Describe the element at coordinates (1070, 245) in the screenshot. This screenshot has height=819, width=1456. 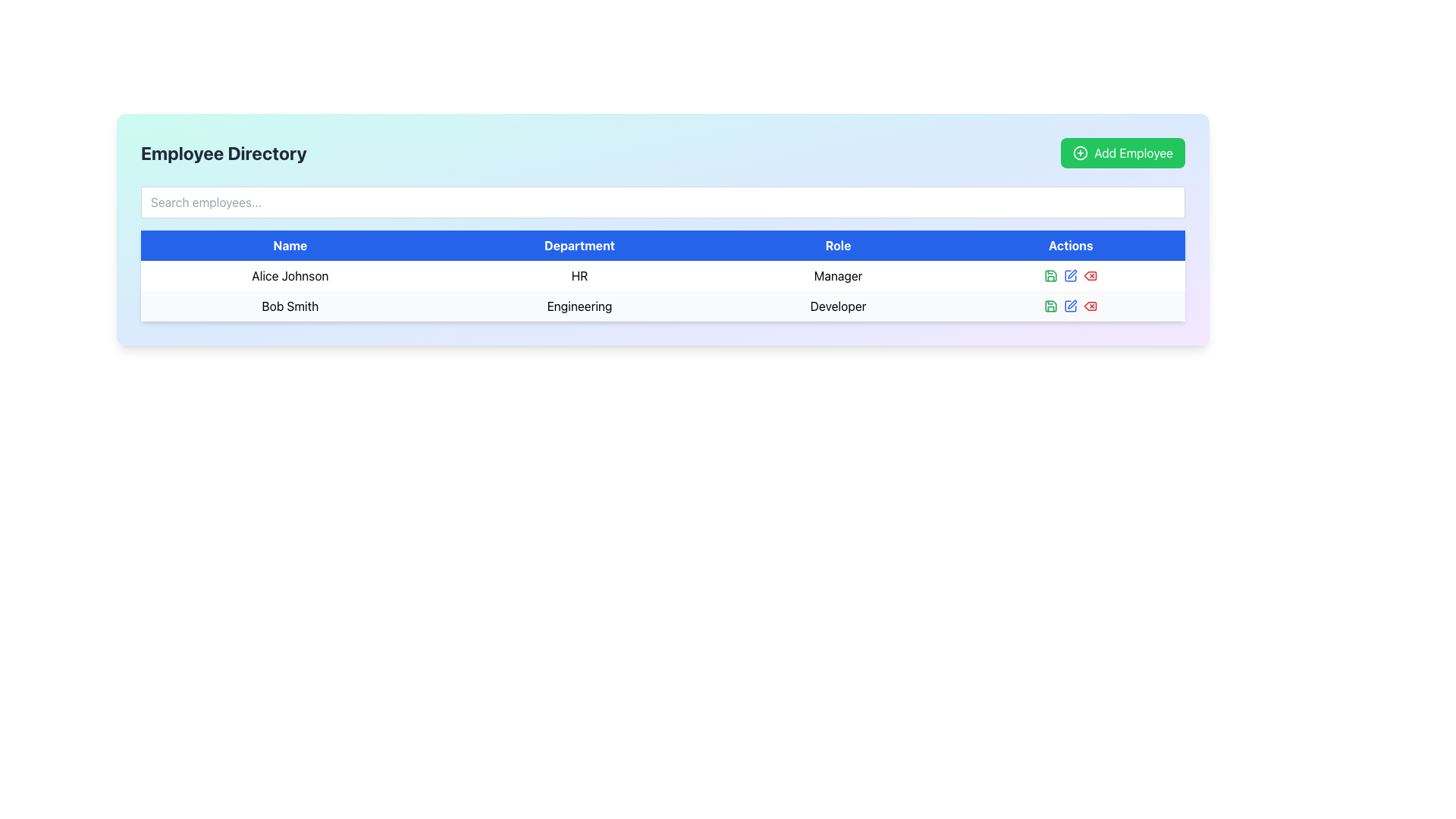
I see `the 'Actions' label element, which has a blue background and white text, located in the header row of the interface` at that location.